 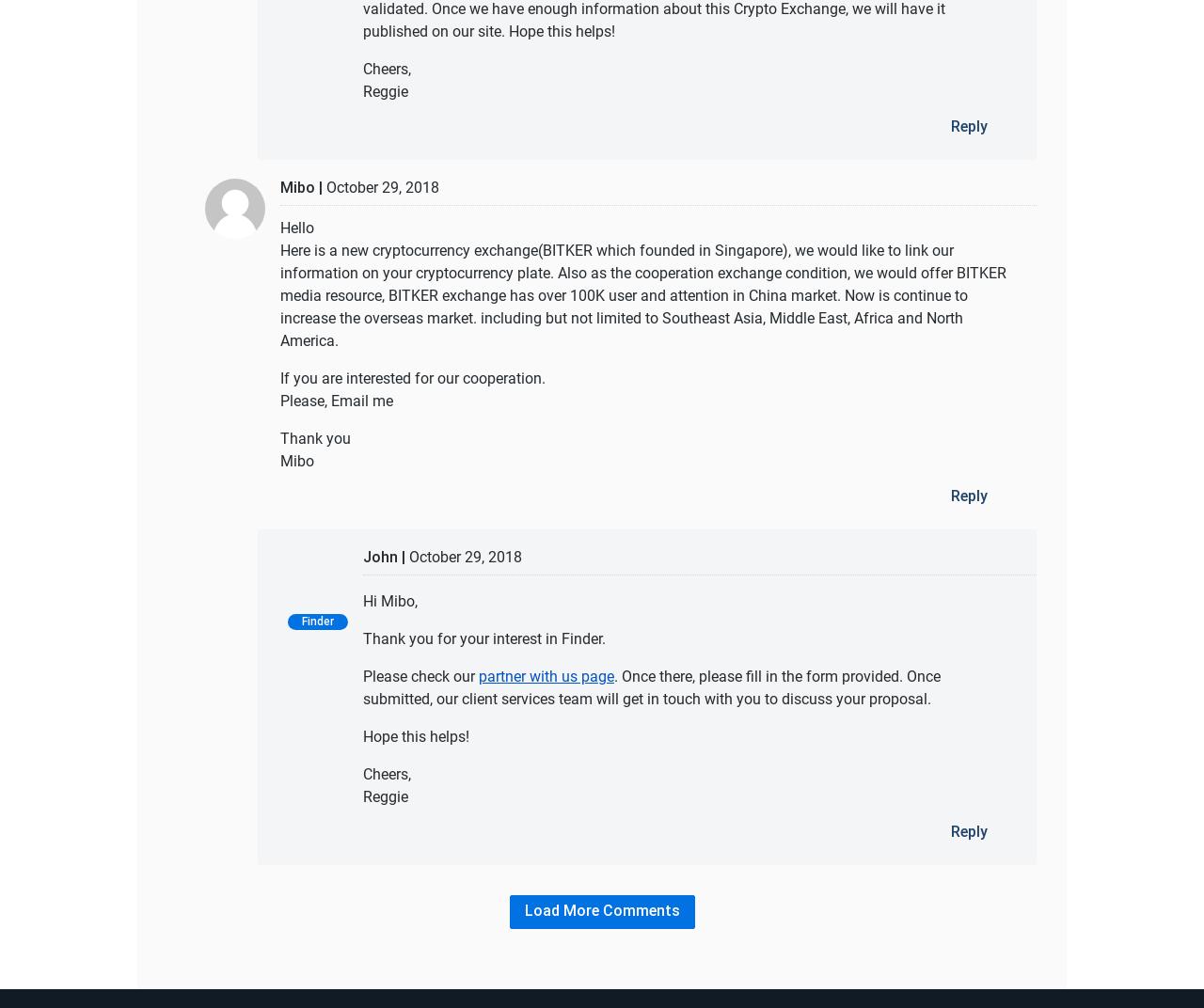 I want to click on 'partner with us page', so click(x=545, y=674).